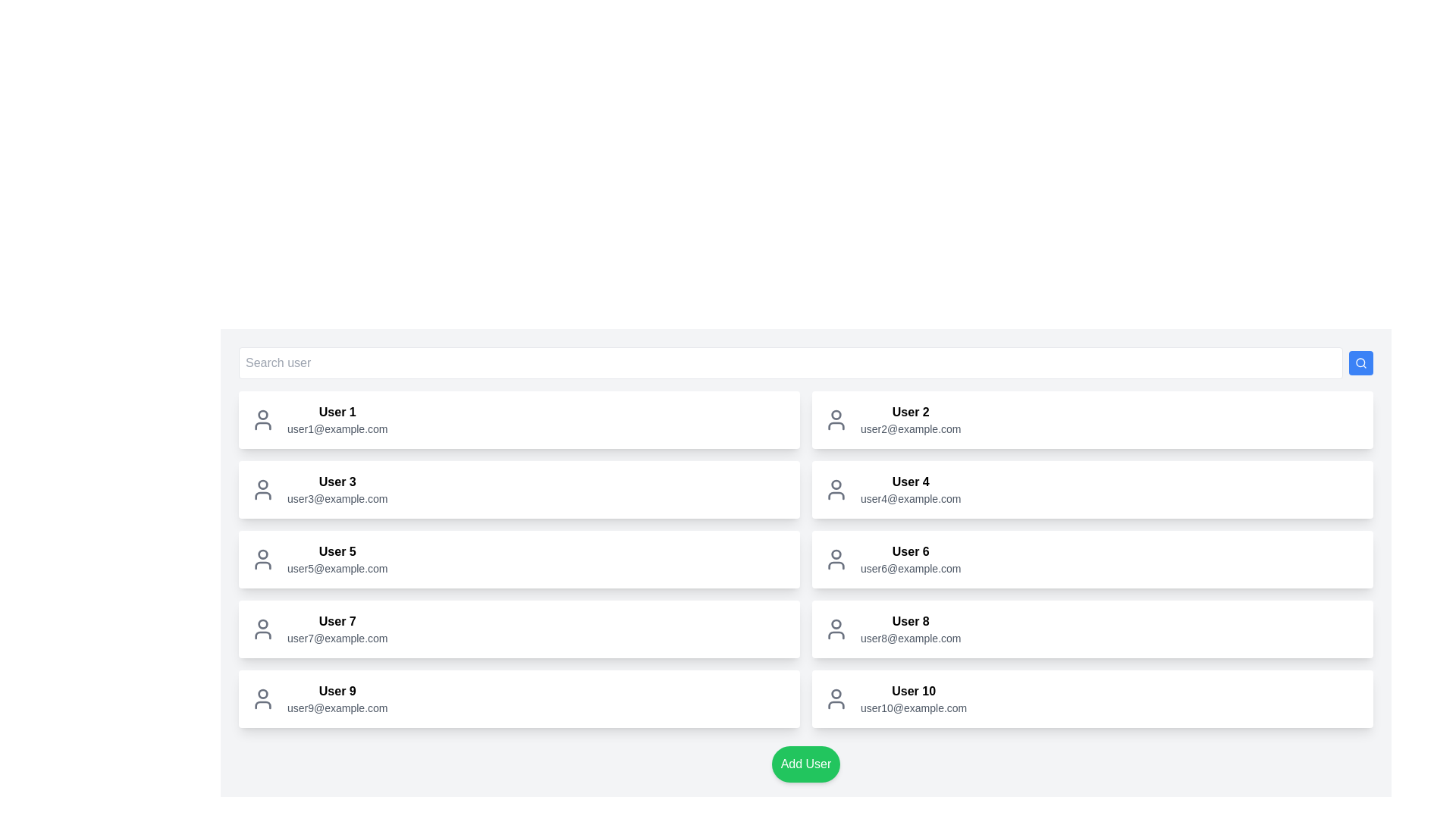 The image size is (1456, 819). I want to click on the minimalistic gray user icon that represents the user entry labeled 'User 9 user9@example.com', positioned towards the far left of the box, so click(262, 698).